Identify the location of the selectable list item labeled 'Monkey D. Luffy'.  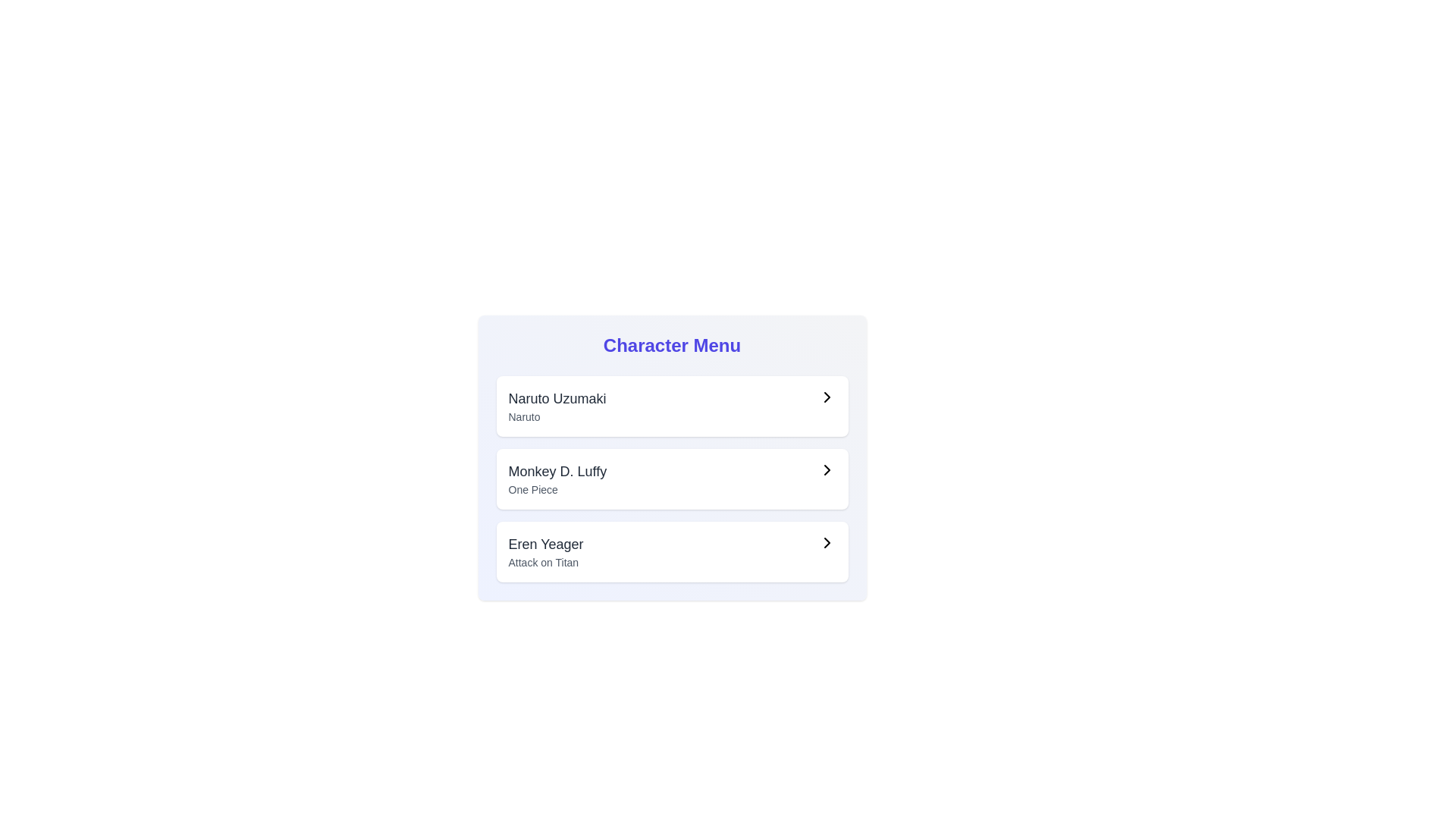
(671, 479).